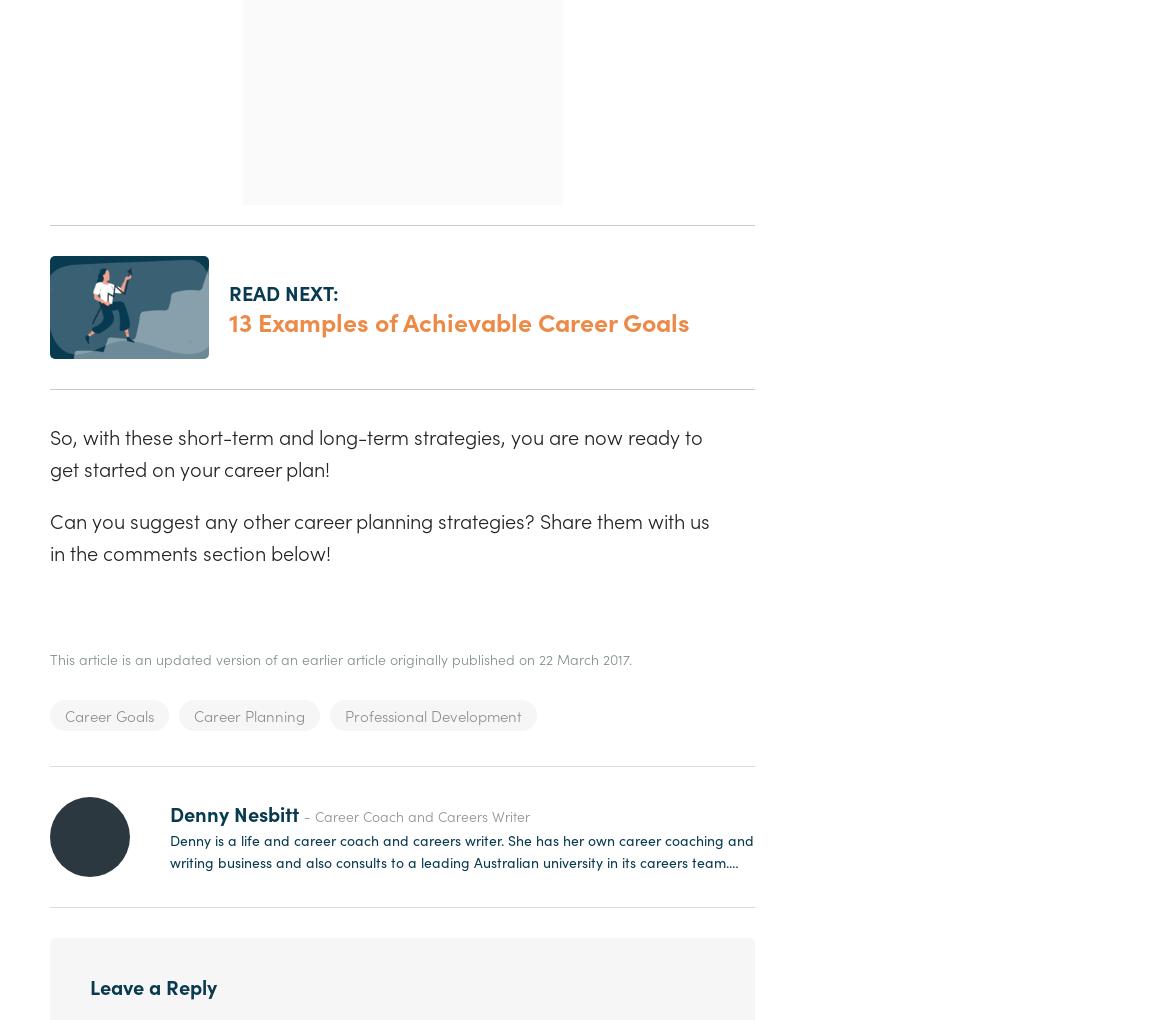 The width and height of the screenshot is (1150, 1020). What do you see at coordinates (108, 714) in the screenshot?
I see `'Career Goals'` at bounding box center [108, 714].